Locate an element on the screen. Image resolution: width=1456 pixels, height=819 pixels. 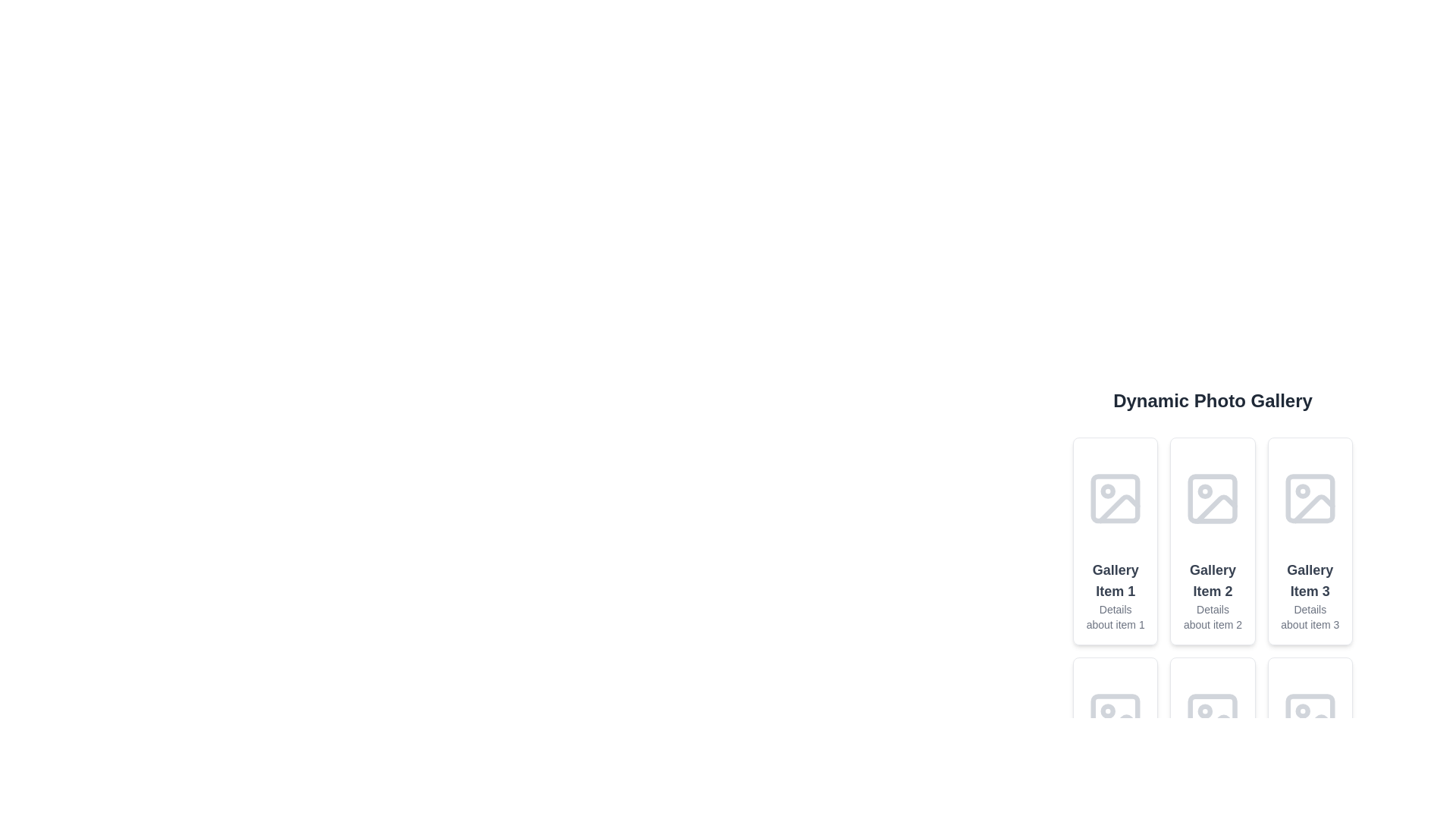
the small circle SVG graphical component located in the central portion of the 'Gallery Item 2' image icon, which is part of a horizontally arranged set of three gallery items is located at coordinates (1204, 491).